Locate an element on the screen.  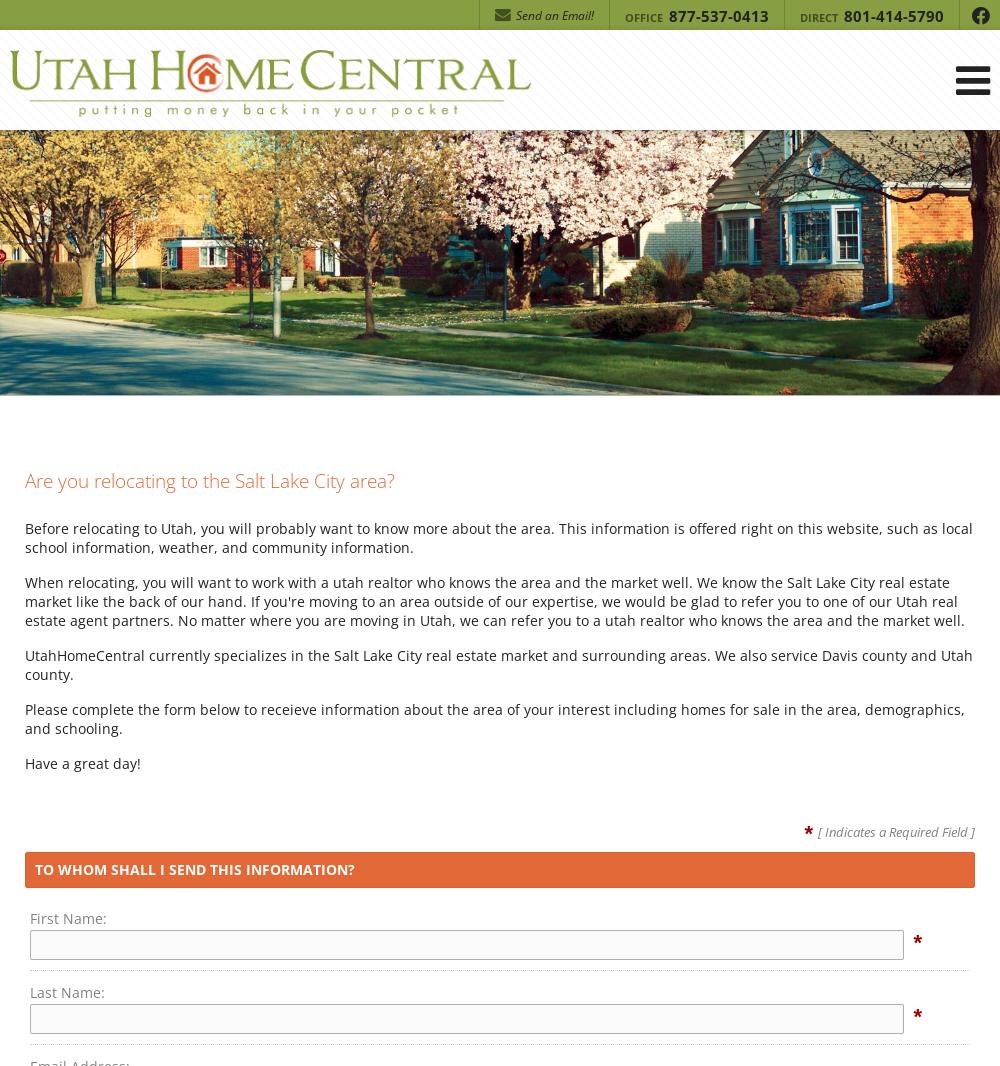
'f' is located at coordinates (979, 14).